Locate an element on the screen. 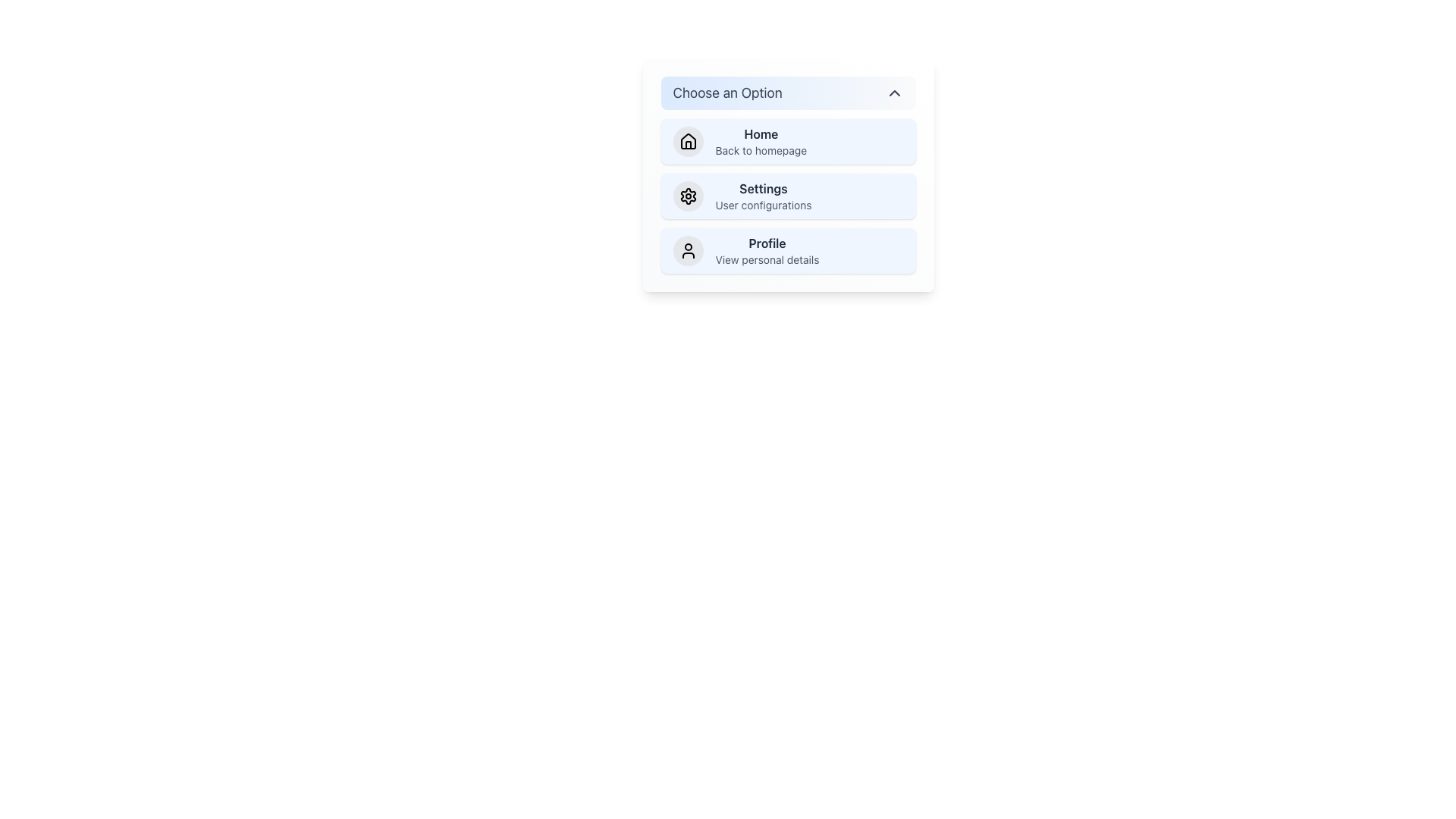  the 'Profile' button, which has a light blue background, rounded corners, and contains a person's silhouette icon followed by the text 'Profile' and 'View personal details'. This button is the third item in a vertical menu list, positioned below 'Settings' is located at coordinates (788, 250).